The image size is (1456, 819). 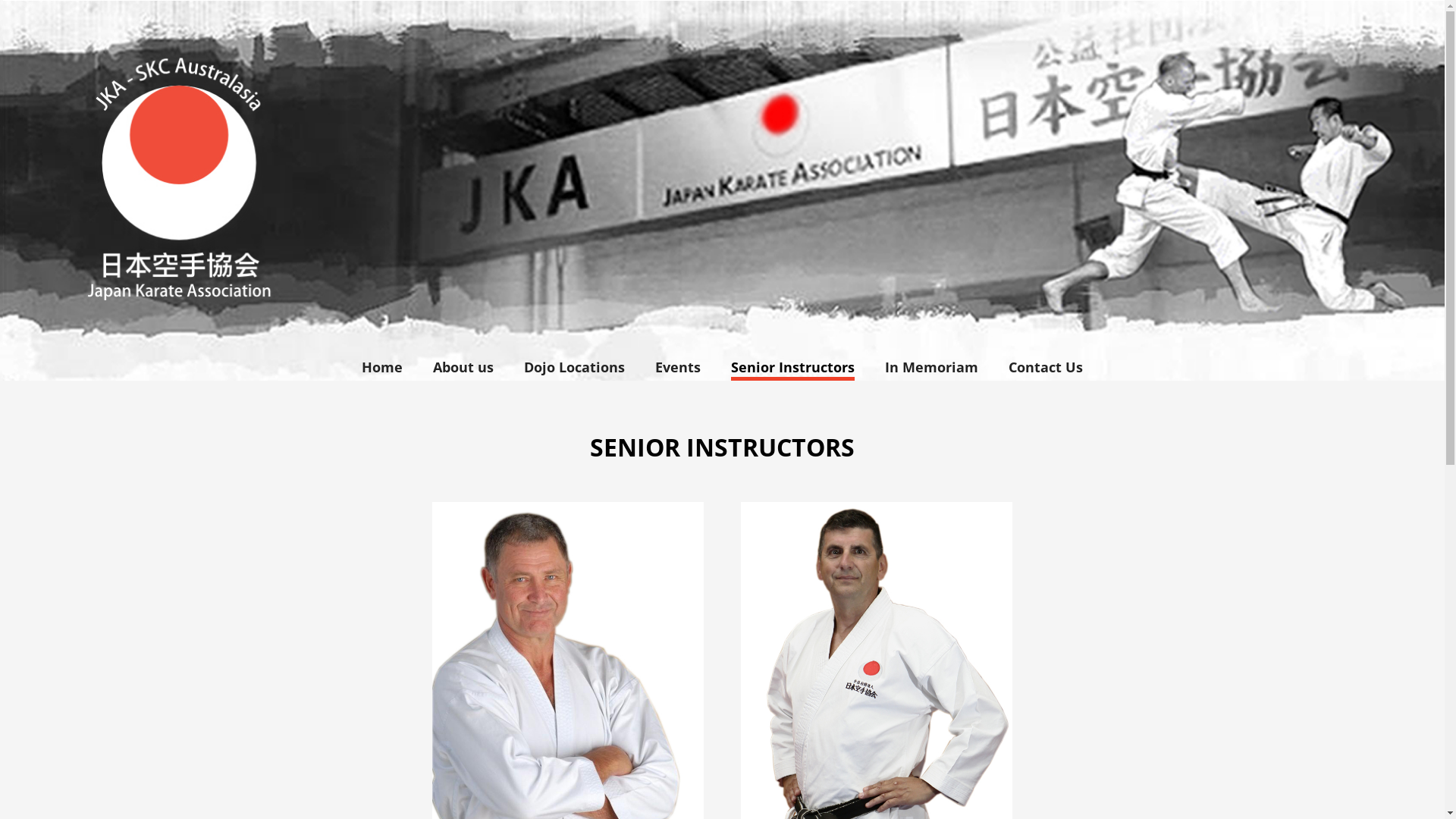 I want to click on 'Japan Karate Association', so click(x=721, y=189).